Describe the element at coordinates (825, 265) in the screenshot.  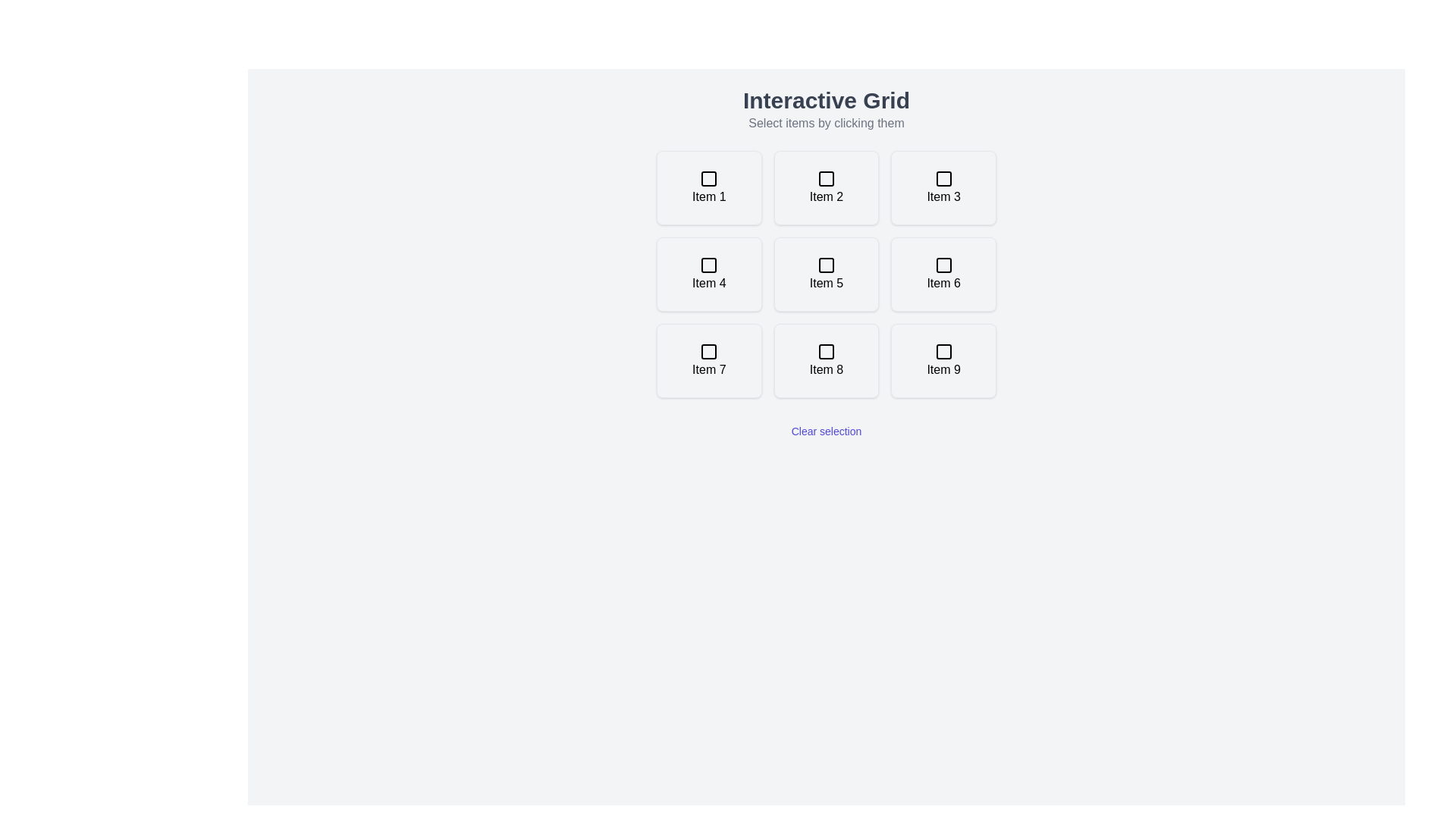
I see `the square checkbox icon located at the center of 'Item 5' in the grid layout` at that location.